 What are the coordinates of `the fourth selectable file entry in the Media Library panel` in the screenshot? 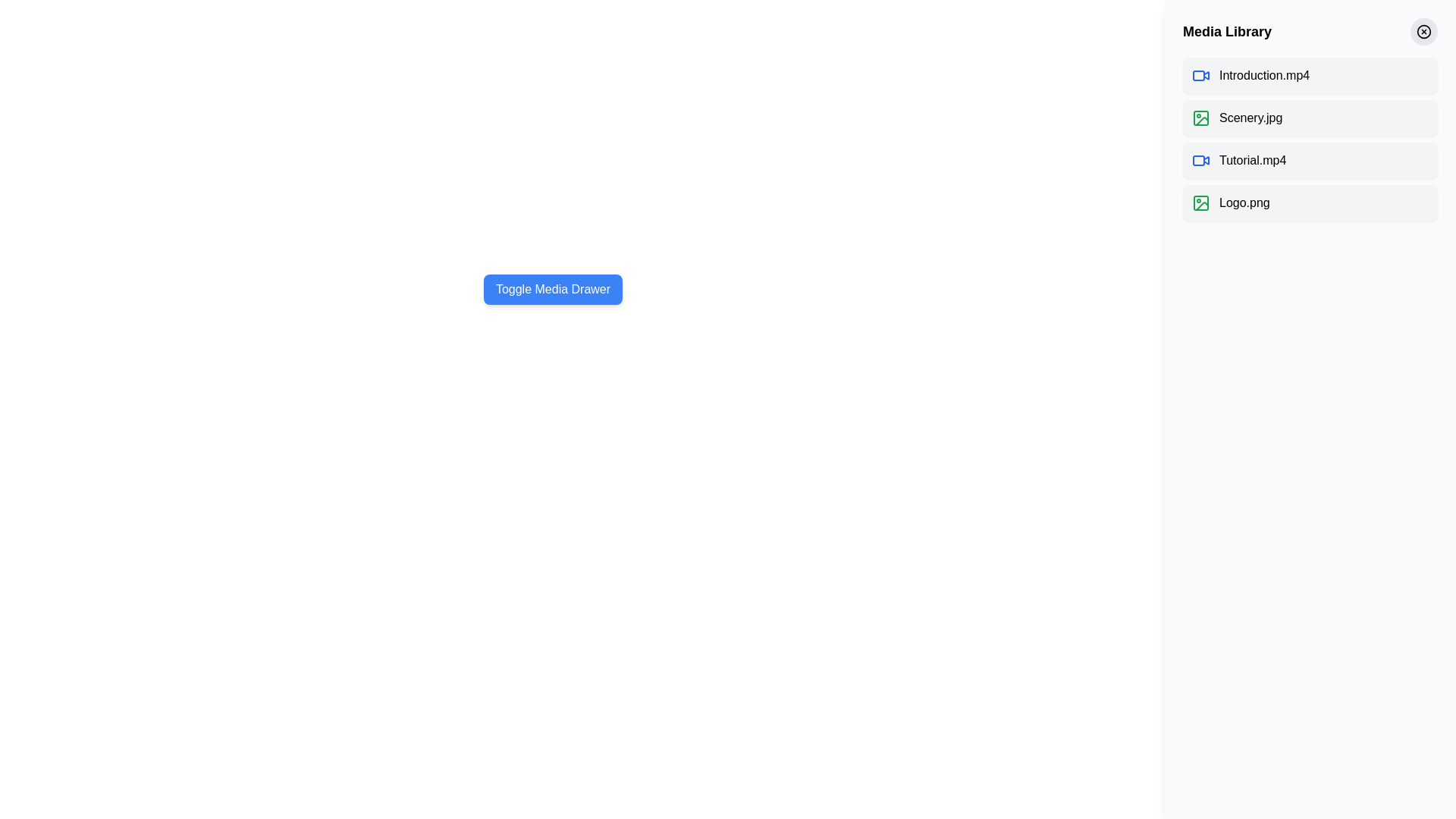 It's located at (1310, 202).